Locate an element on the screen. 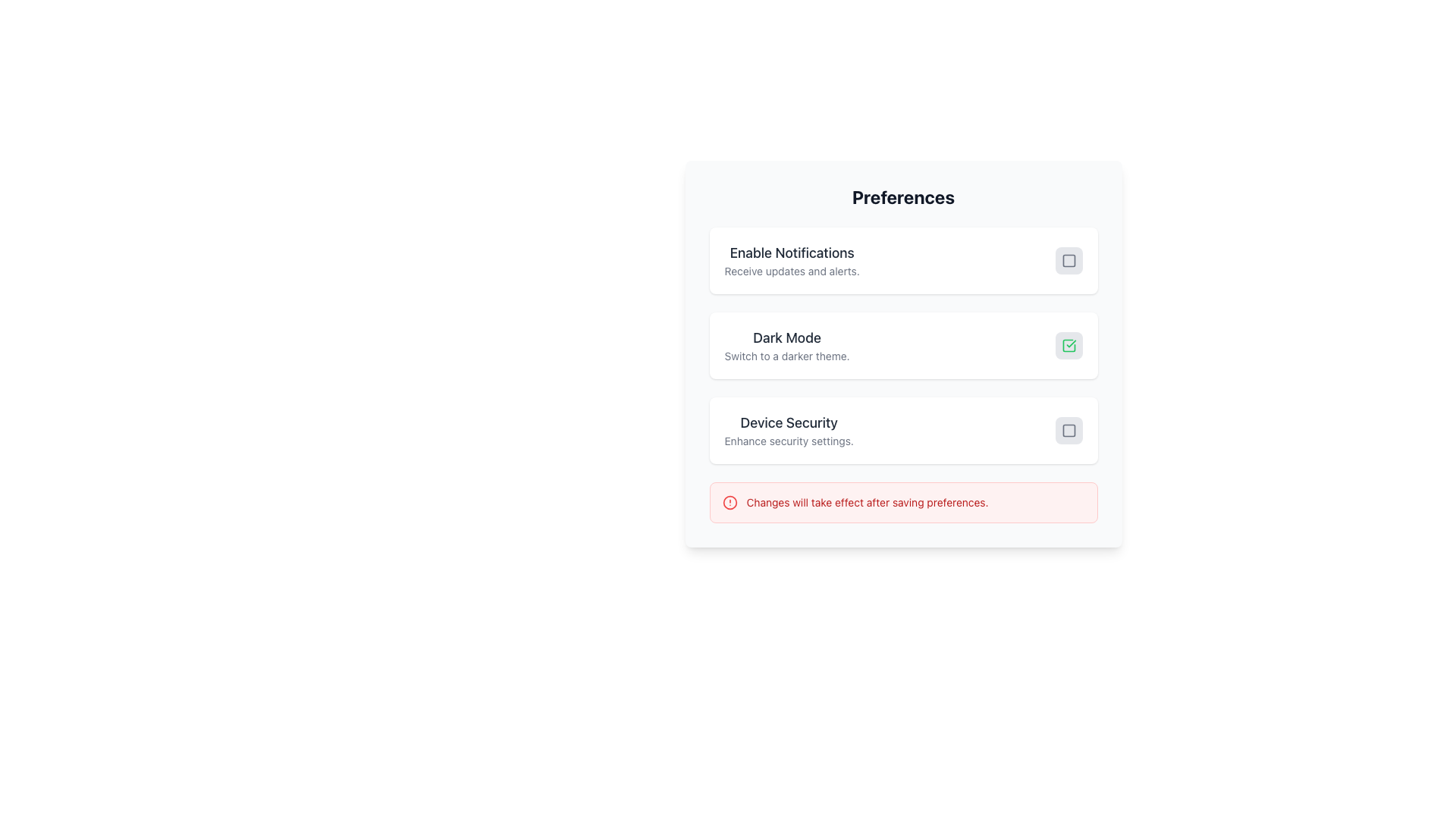 Image resolution: width=1456 pixels, height=819 pixels. the 'Dark Mode' static text label, which is bold and dark gray, serving as a section title between 'Enable Notifications' and 'Device Security' is located at coordinates (787, 337).